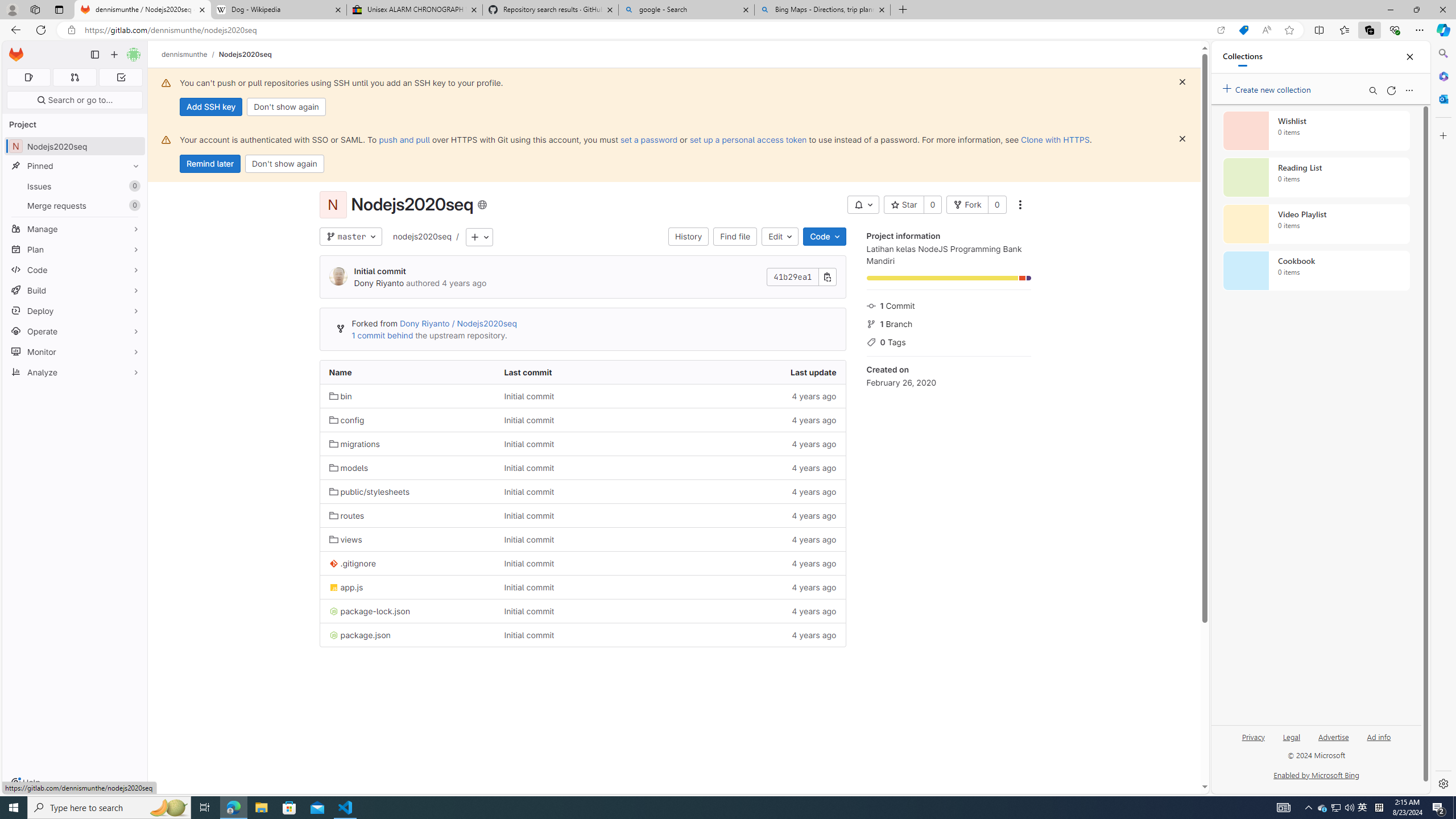 Image resolution: width=1456 pixels, height=819 pixels. Describe the element at coordinates (378, 283) in the screenshot. I see `'Dony Riyanto'` at that location.